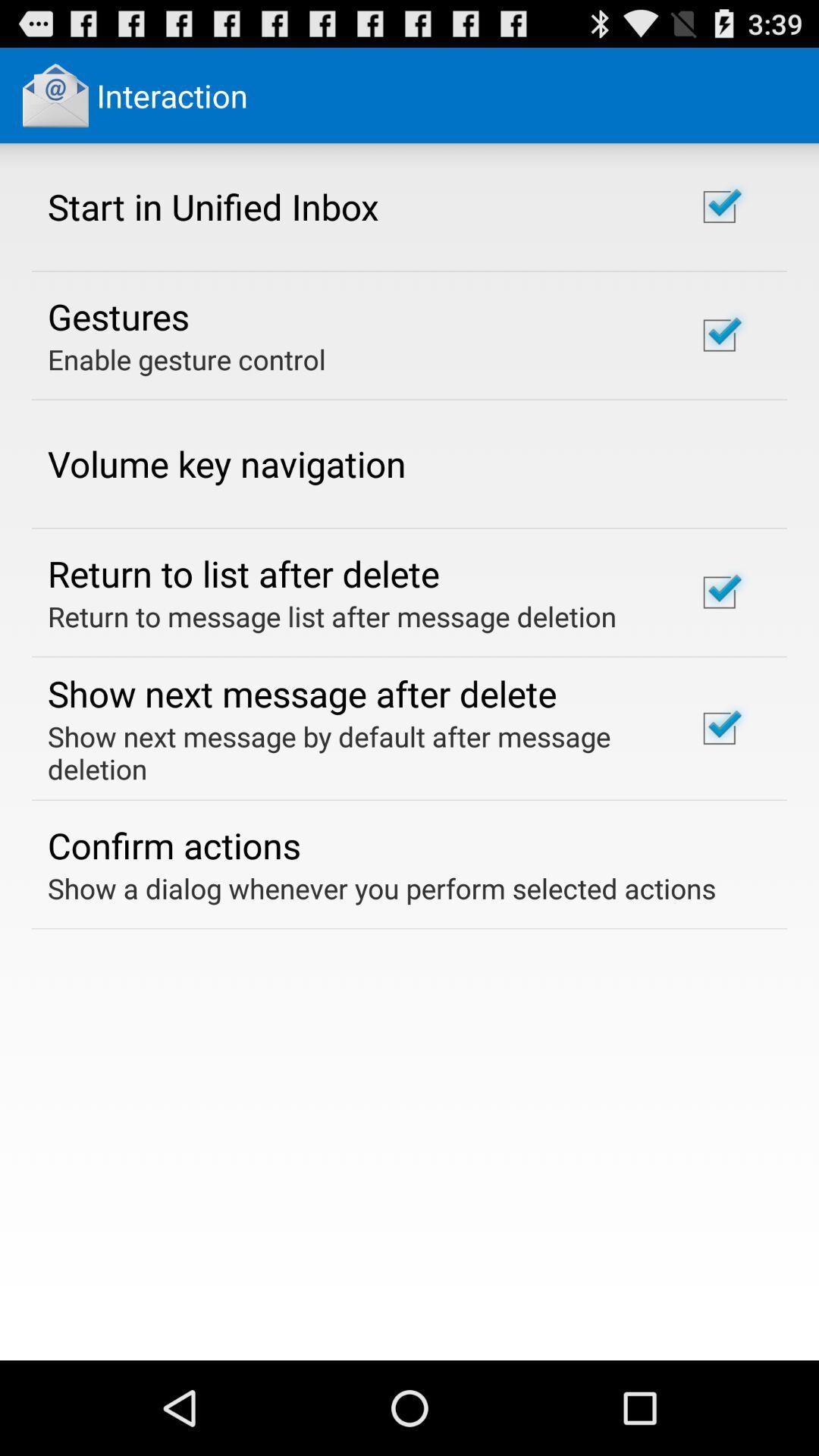 This screenshot has width=819, height=1456. I want to click on the icon beside interaction, so click(55, 94).